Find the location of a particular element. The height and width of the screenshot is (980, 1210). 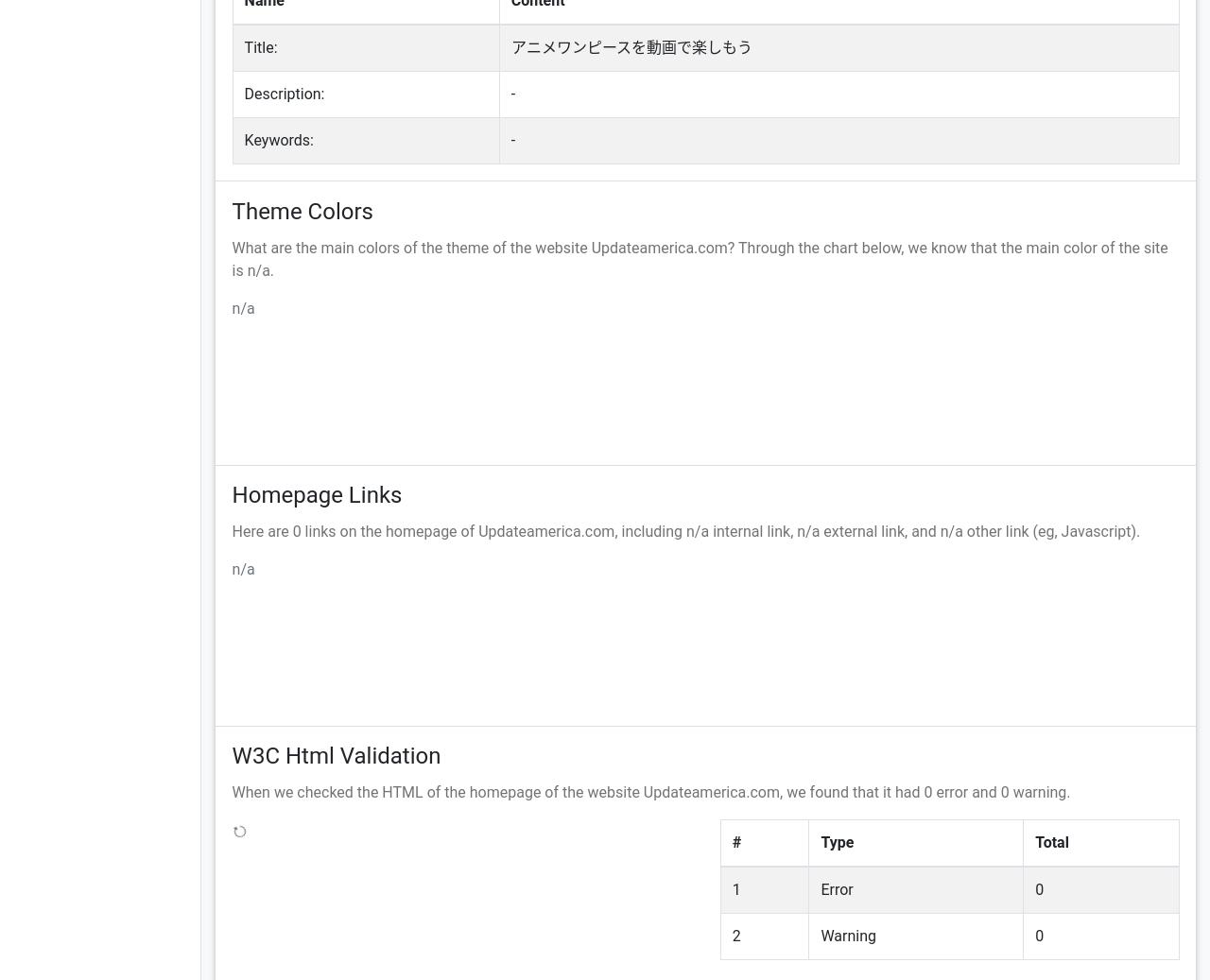

'Here are 0 links on the homepage of Updateamerica.com, including n/a internal link, n/a external link, and n/a other link (eg, Javascript).' is located at coordinates (684, 530).